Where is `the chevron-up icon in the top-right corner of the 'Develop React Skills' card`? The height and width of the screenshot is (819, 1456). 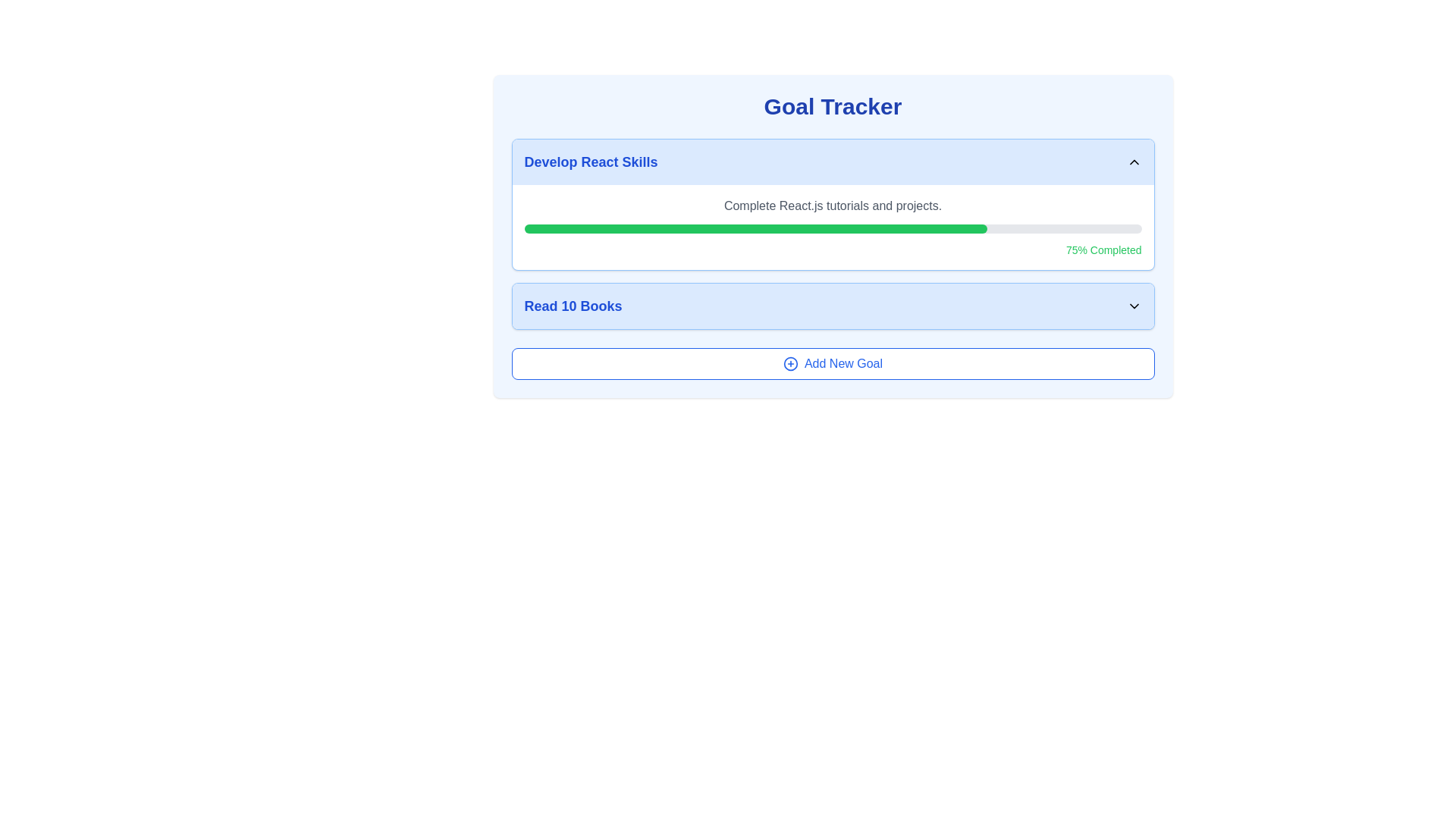 the chevron-up icon in the top-right corner of the 'Develop React Skills' card is located at coordinates (1134, 162).